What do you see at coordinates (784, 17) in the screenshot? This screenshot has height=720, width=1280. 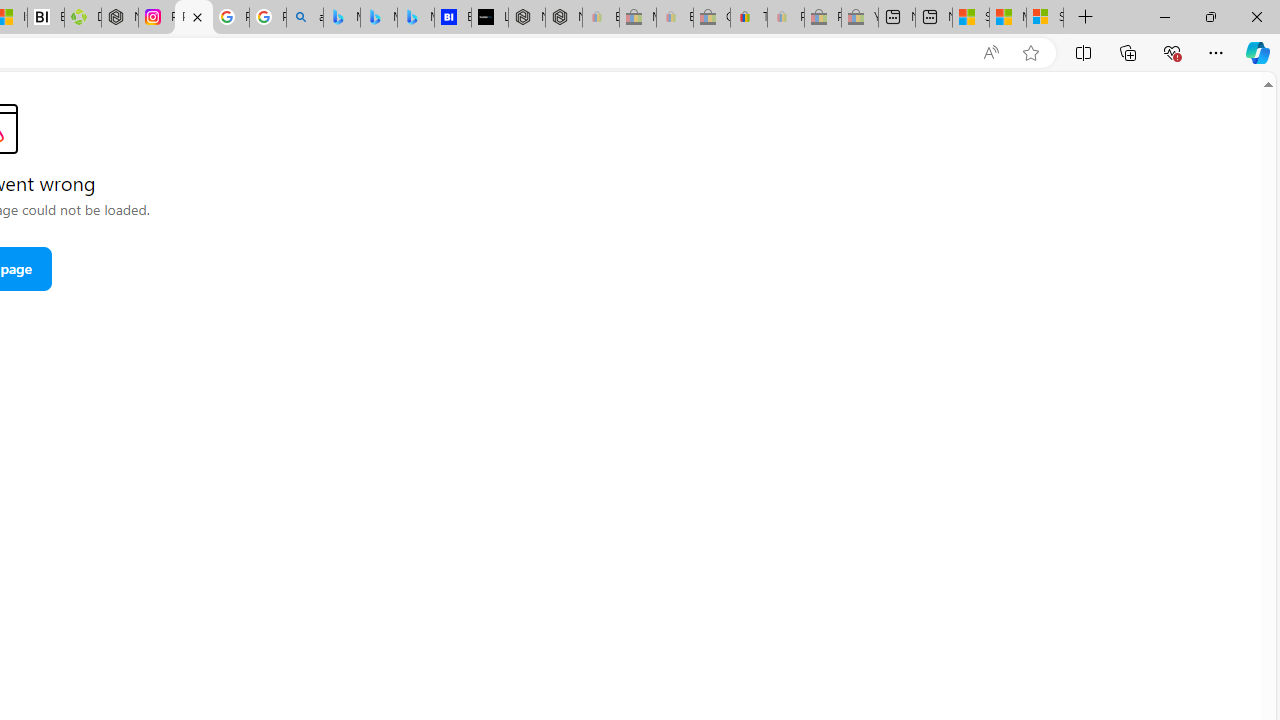 I see `'Payments Terms of Use | eBay.com - Sleeping'` at bounding box center [784, 17].